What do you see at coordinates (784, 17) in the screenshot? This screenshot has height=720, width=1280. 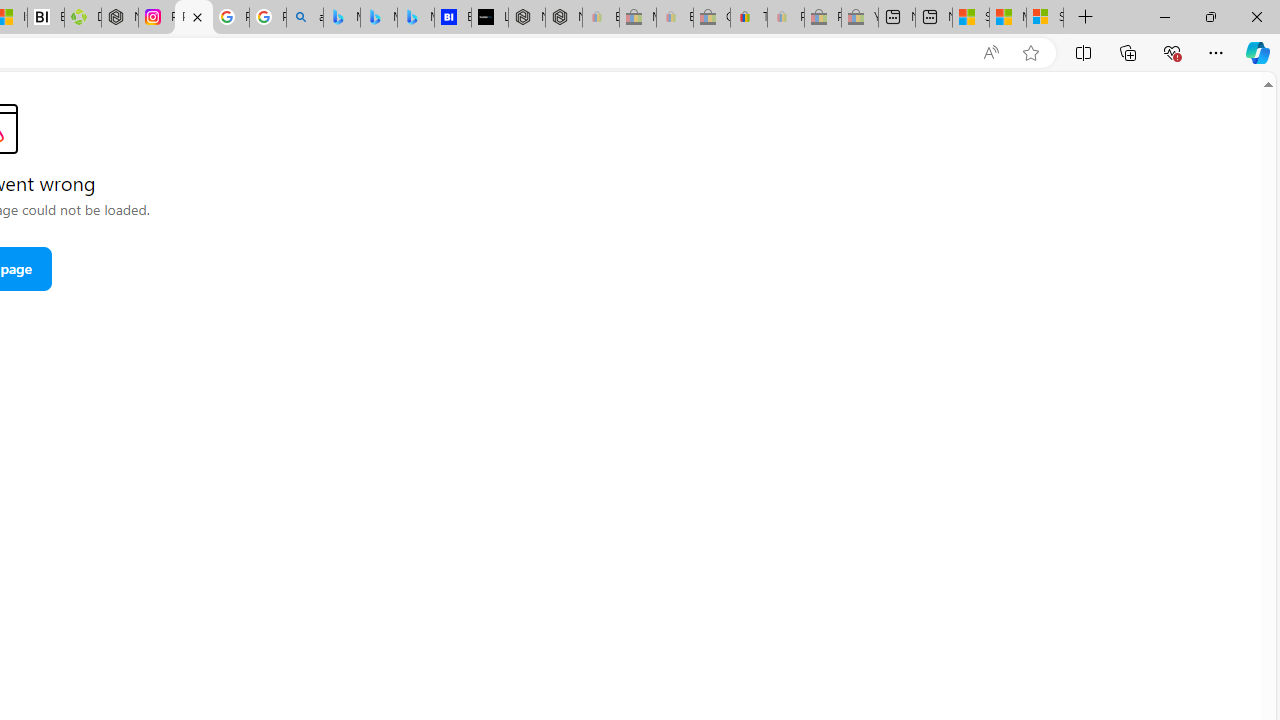 I see `'Payments Terms of Use | eBay.com - Sleeping'` at bounding box center [784, 17].